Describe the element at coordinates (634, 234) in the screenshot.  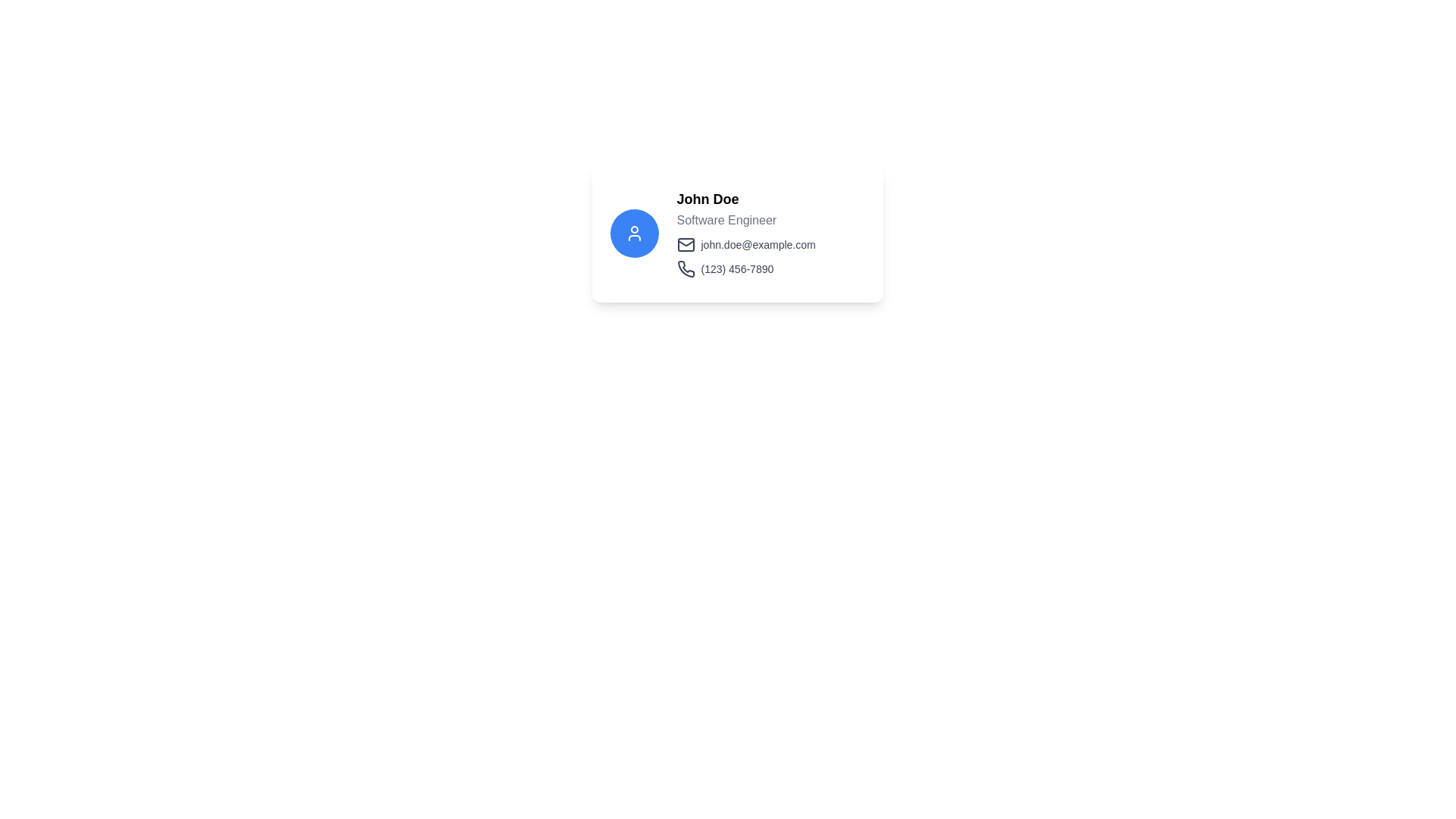
I see `the small graphical icon resembling a simplified user avatar, which is outlined with a white stroke and set against a circular blue background, located at the center of the blue circular component on the left side of a card layout` at that location.